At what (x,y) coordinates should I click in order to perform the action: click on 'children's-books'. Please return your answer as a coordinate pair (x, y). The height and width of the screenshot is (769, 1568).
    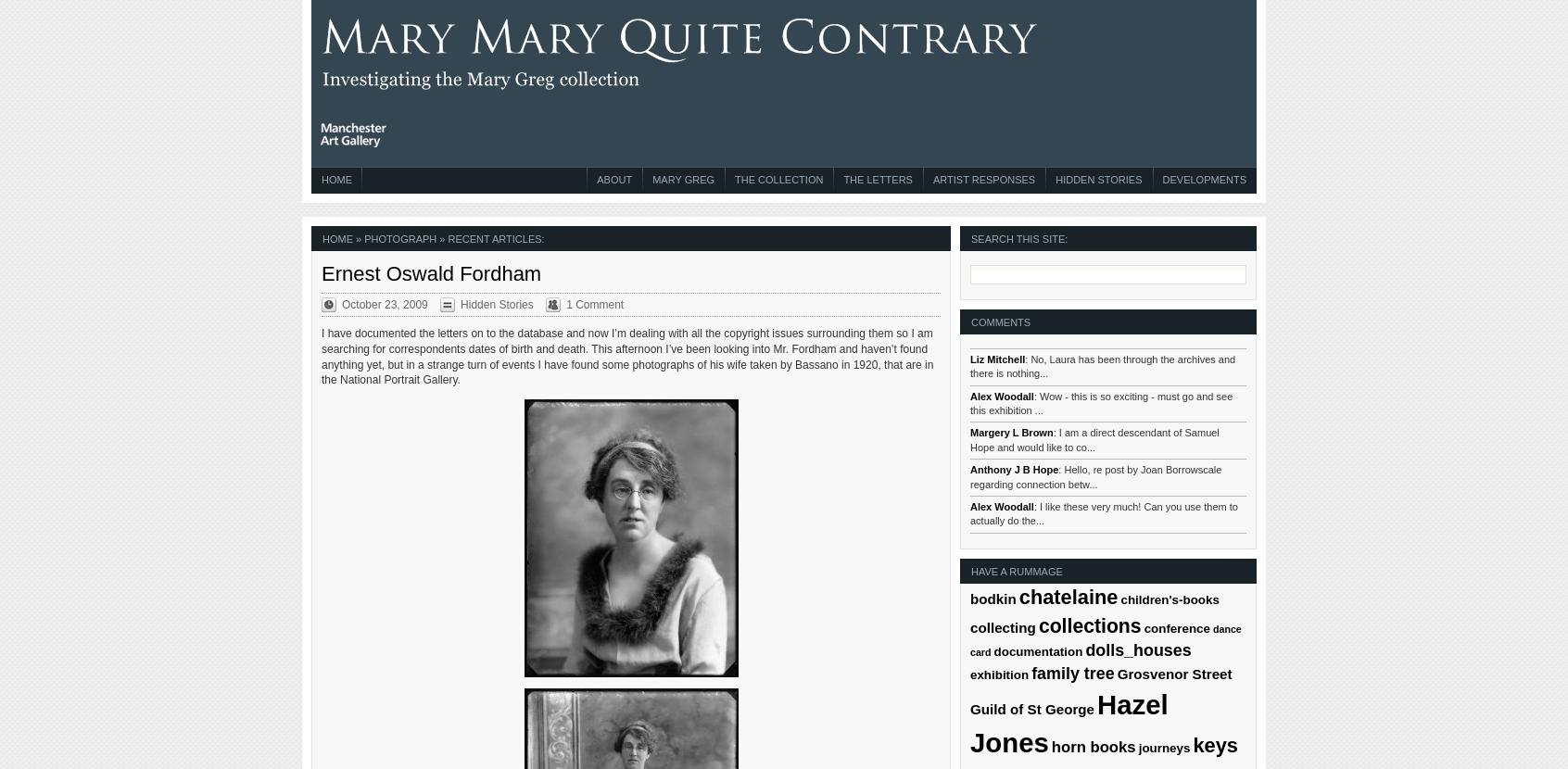
    Looking at the image, I should click on (1170, 598).